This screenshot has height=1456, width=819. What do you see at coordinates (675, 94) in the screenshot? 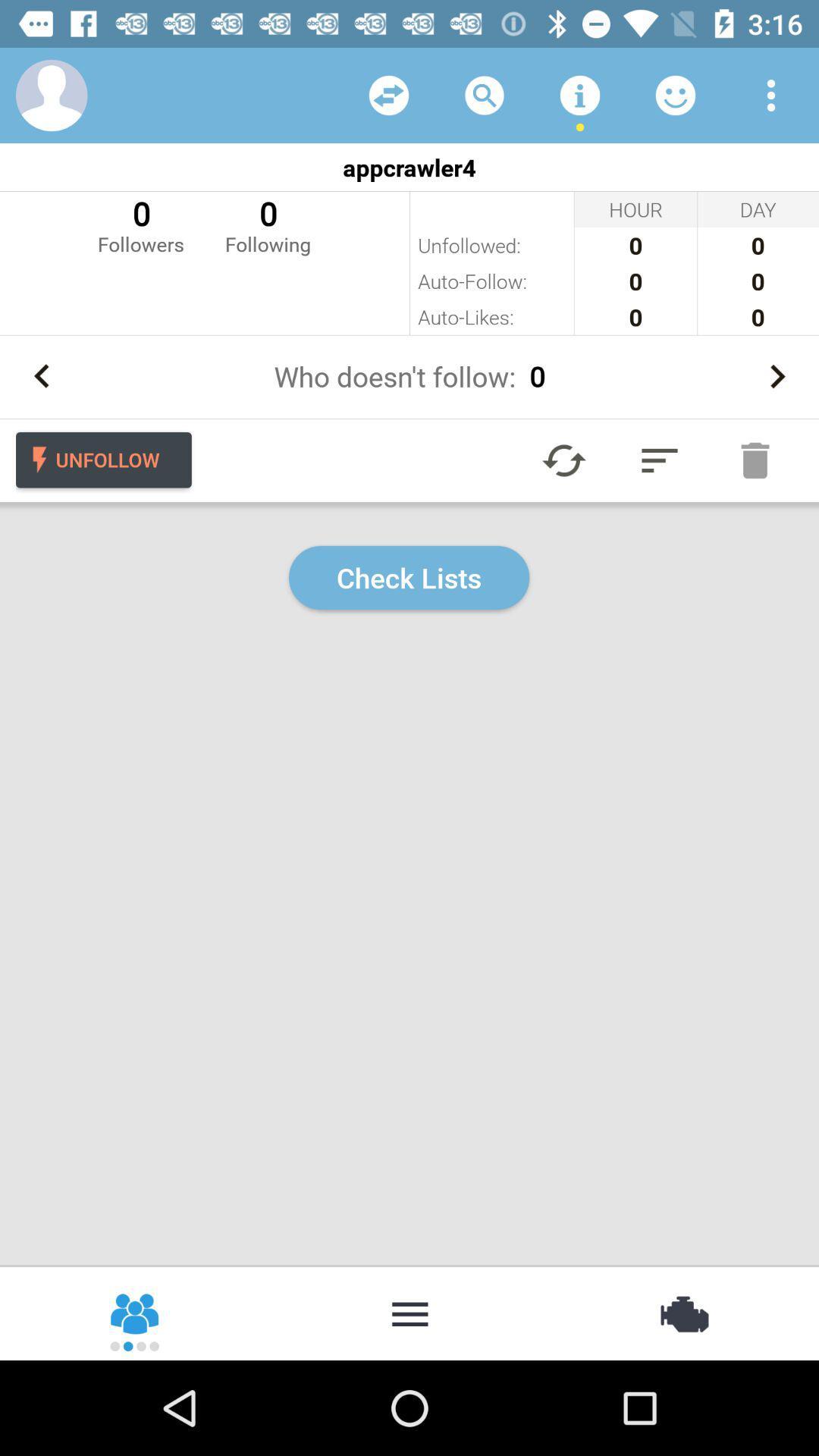
I see `send smile face` at bounding box center [675, 94].